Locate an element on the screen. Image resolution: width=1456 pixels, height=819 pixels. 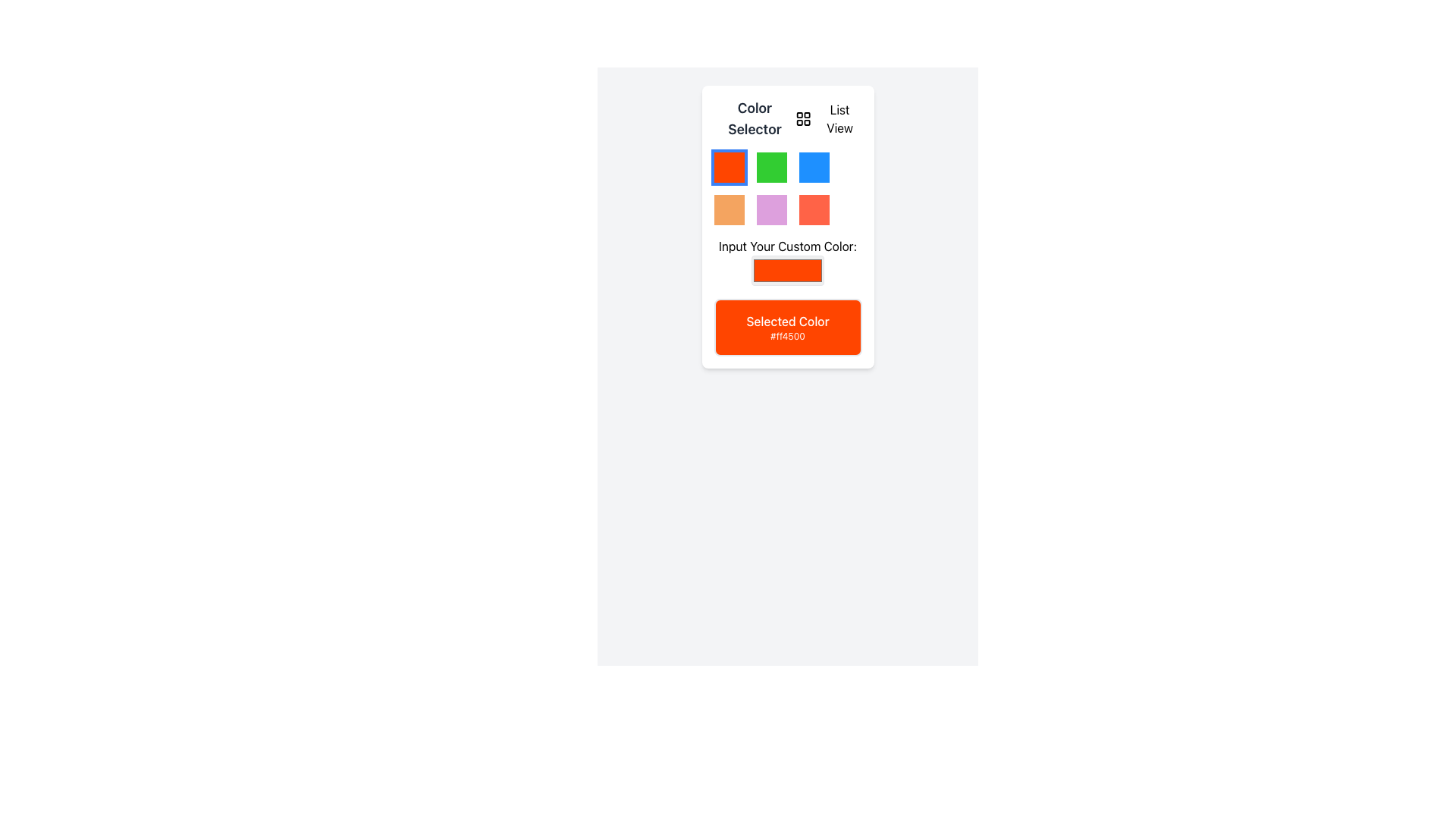
the button labeled 'List View' that contains a grid-like icon, located at the top right corner of the 'Color Selector' section is located at coordinates (827, 118).